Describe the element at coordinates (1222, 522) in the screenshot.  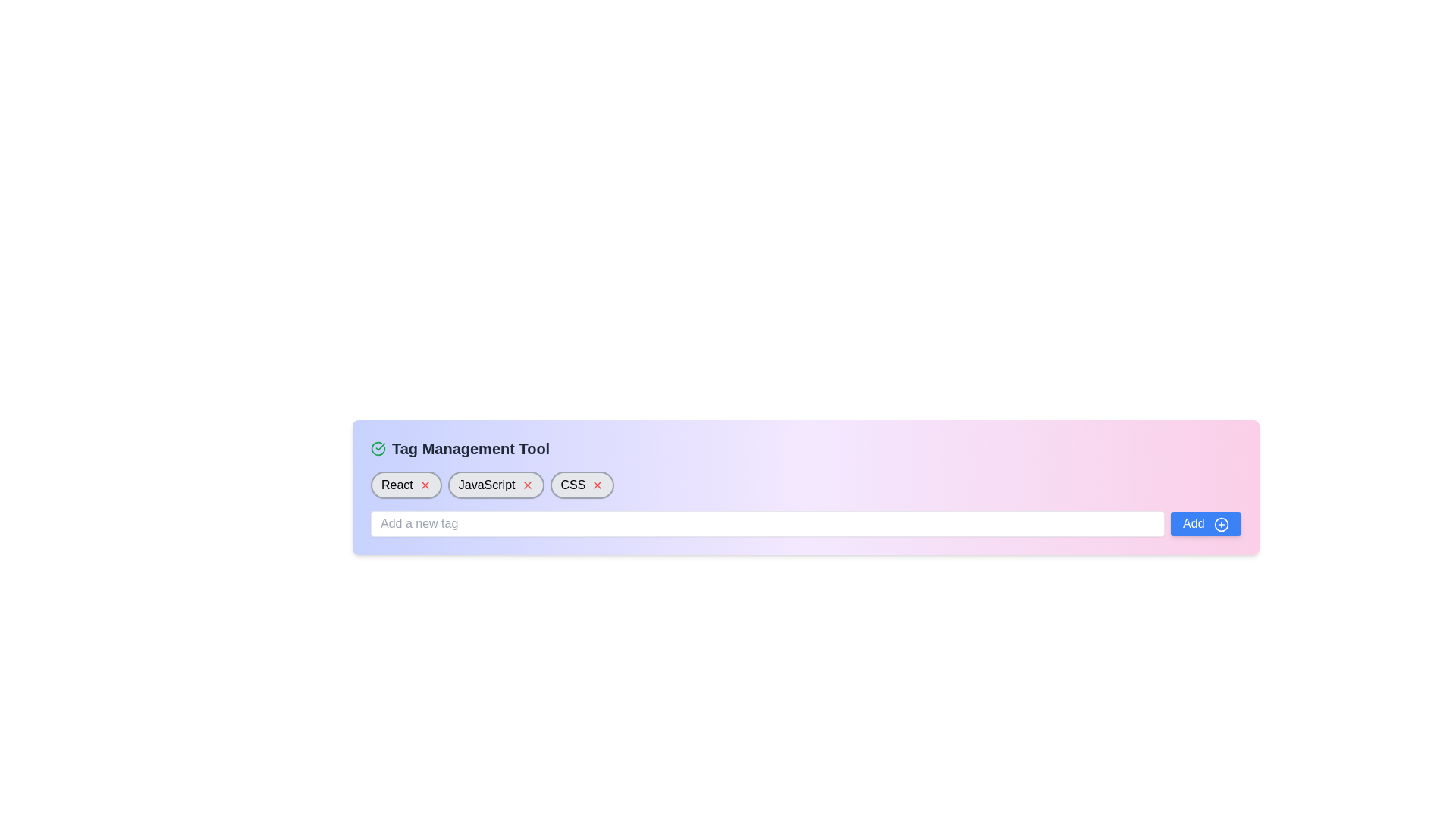
I see `the decorative or interactive indicator icon located on the far right of the toolbar, adjacent to the 'Add' button` at that location.